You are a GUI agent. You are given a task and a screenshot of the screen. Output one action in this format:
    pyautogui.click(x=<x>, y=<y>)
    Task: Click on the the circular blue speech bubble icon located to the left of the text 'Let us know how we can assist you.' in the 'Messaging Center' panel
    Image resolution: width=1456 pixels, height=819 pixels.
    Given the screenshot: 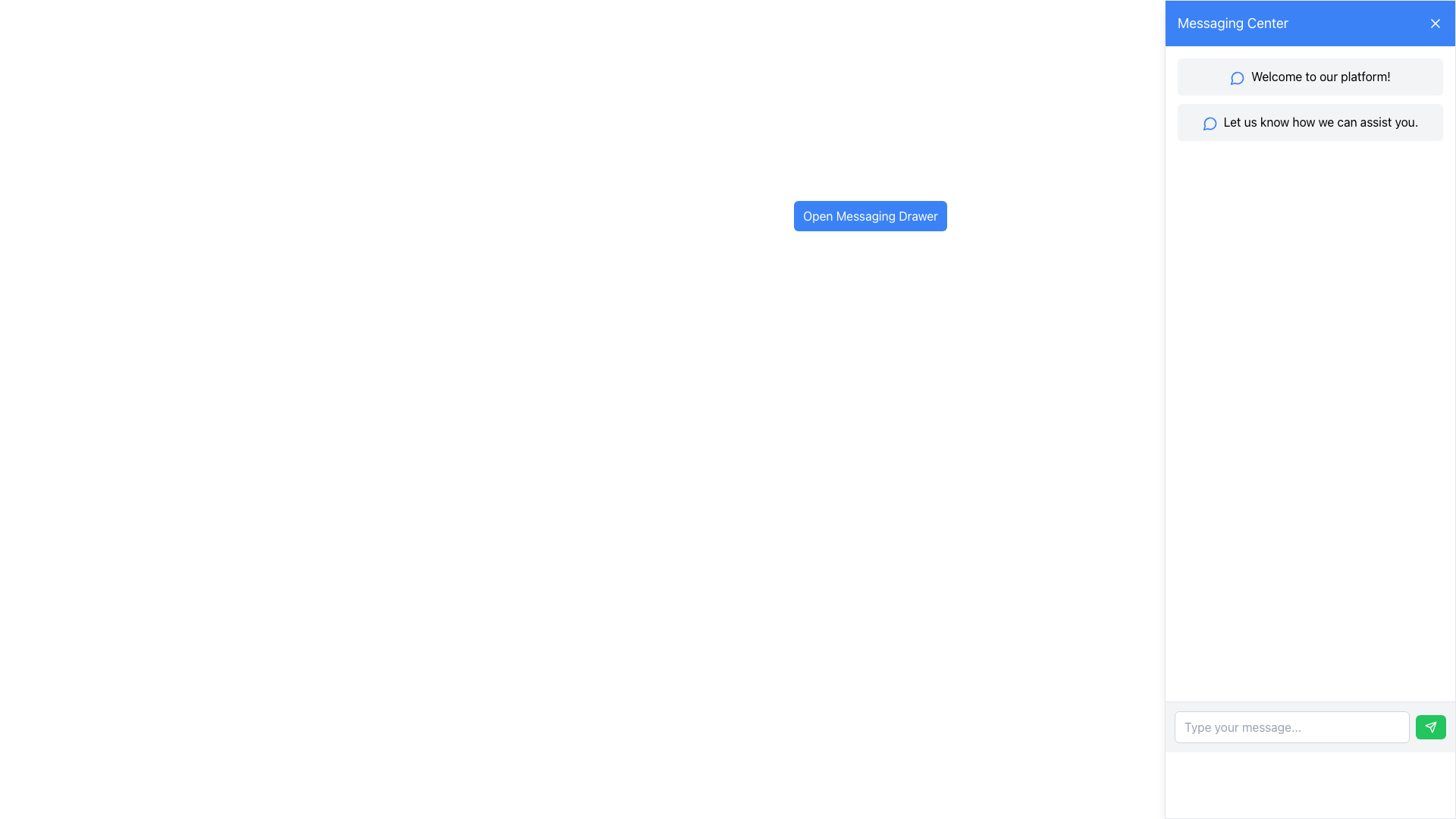 What is the action you would take?
    pyautogui.click(x=1209, y=122)
    